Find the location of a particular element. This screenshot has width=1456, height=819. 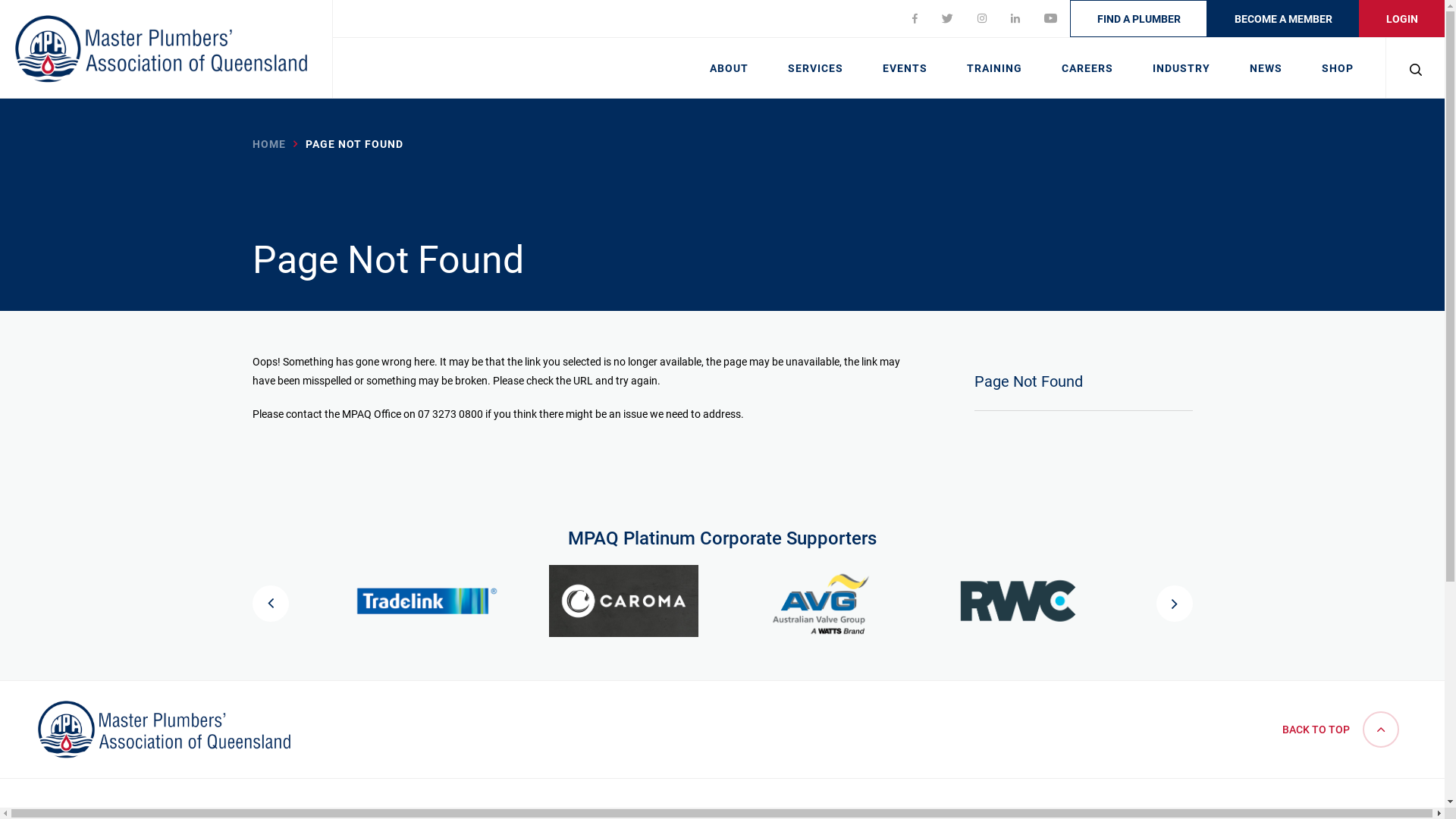

'SERVICES' is located at coordinates (814, 66).